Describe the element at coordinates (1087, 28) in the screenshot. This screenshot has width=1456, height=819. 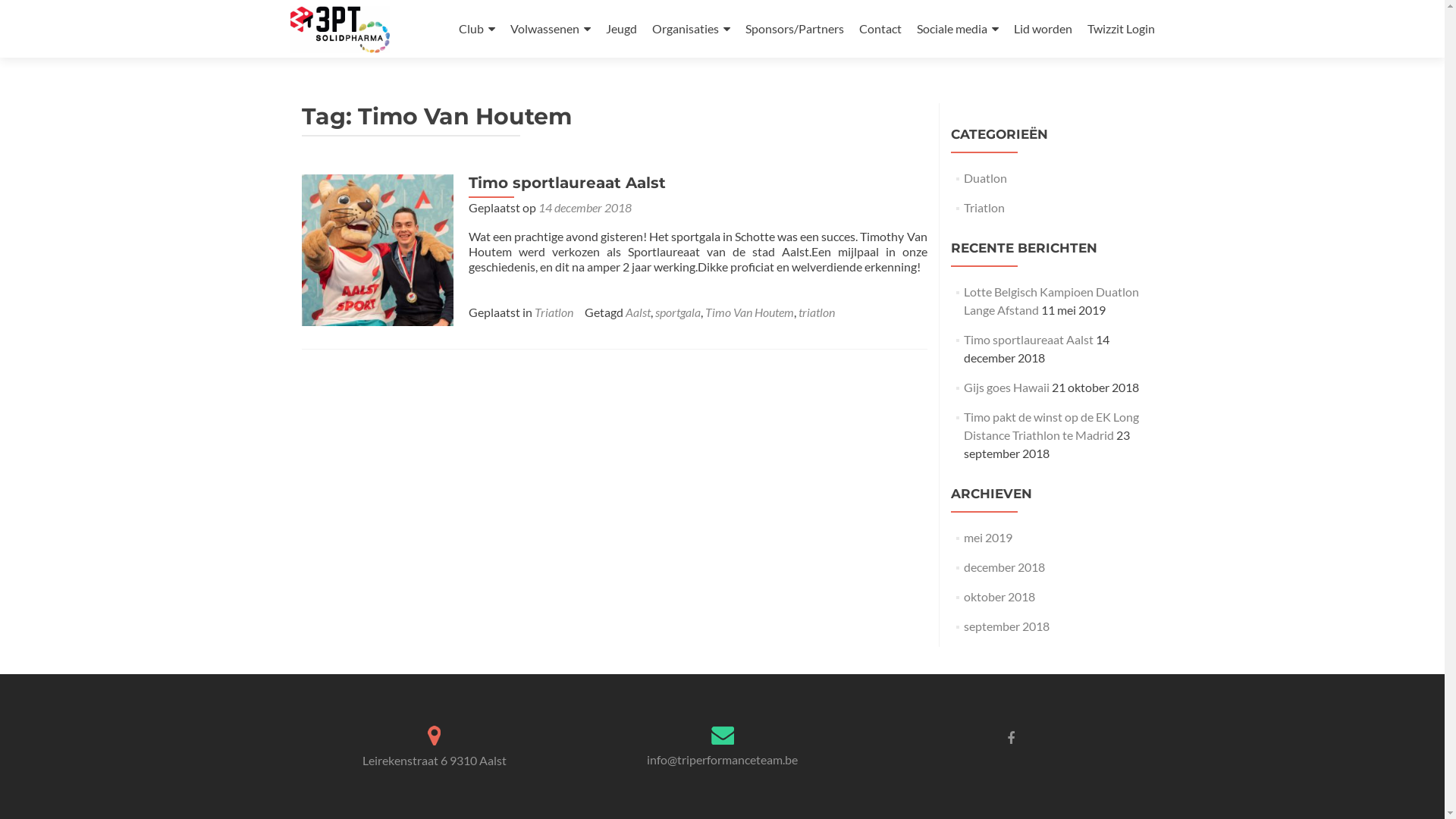
I see `'Twizzit Login'` at that location.